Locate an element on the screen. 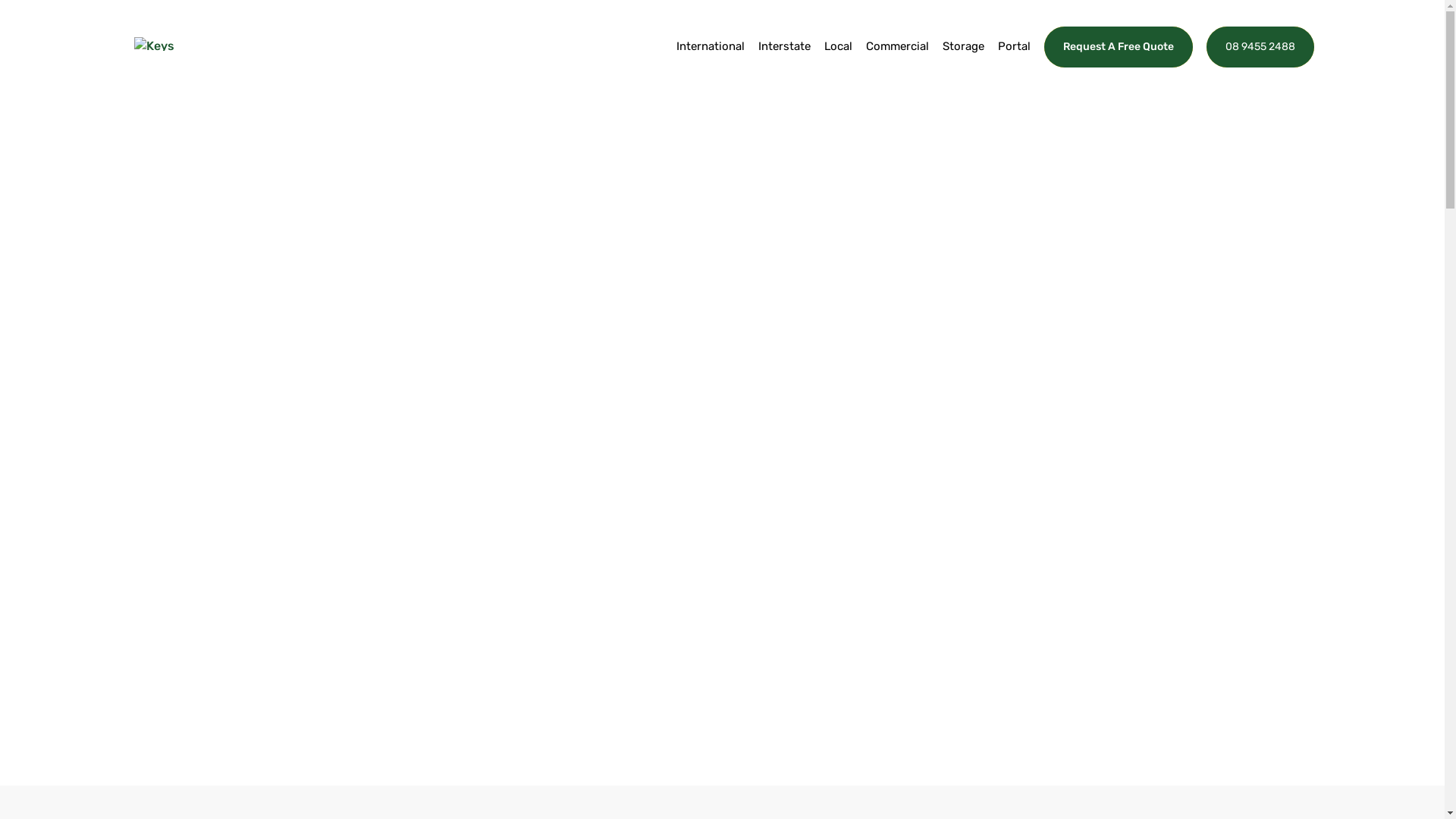 This screenshot has height=819, width=1456. 'Interstate' is located at coordinates (784, 63).